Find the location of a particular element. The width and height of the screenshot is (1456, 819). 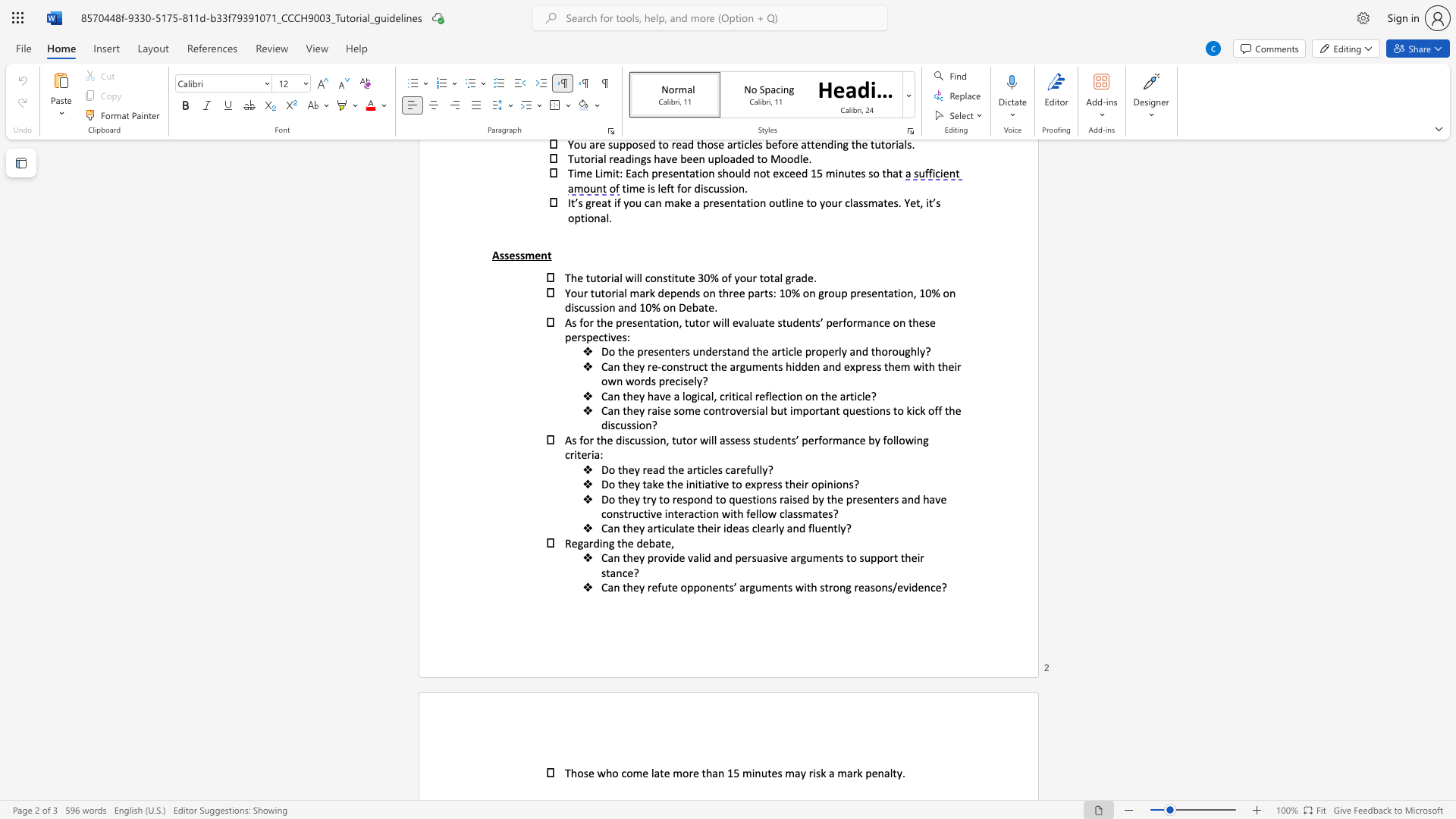

the subset text "ions raised by the presenters and have constructive interaction with fel" within the text "Do they try to respond to questions raised by the presenters and have constructive interaction with fellow classmates?" is located at coordinates (756, 499).